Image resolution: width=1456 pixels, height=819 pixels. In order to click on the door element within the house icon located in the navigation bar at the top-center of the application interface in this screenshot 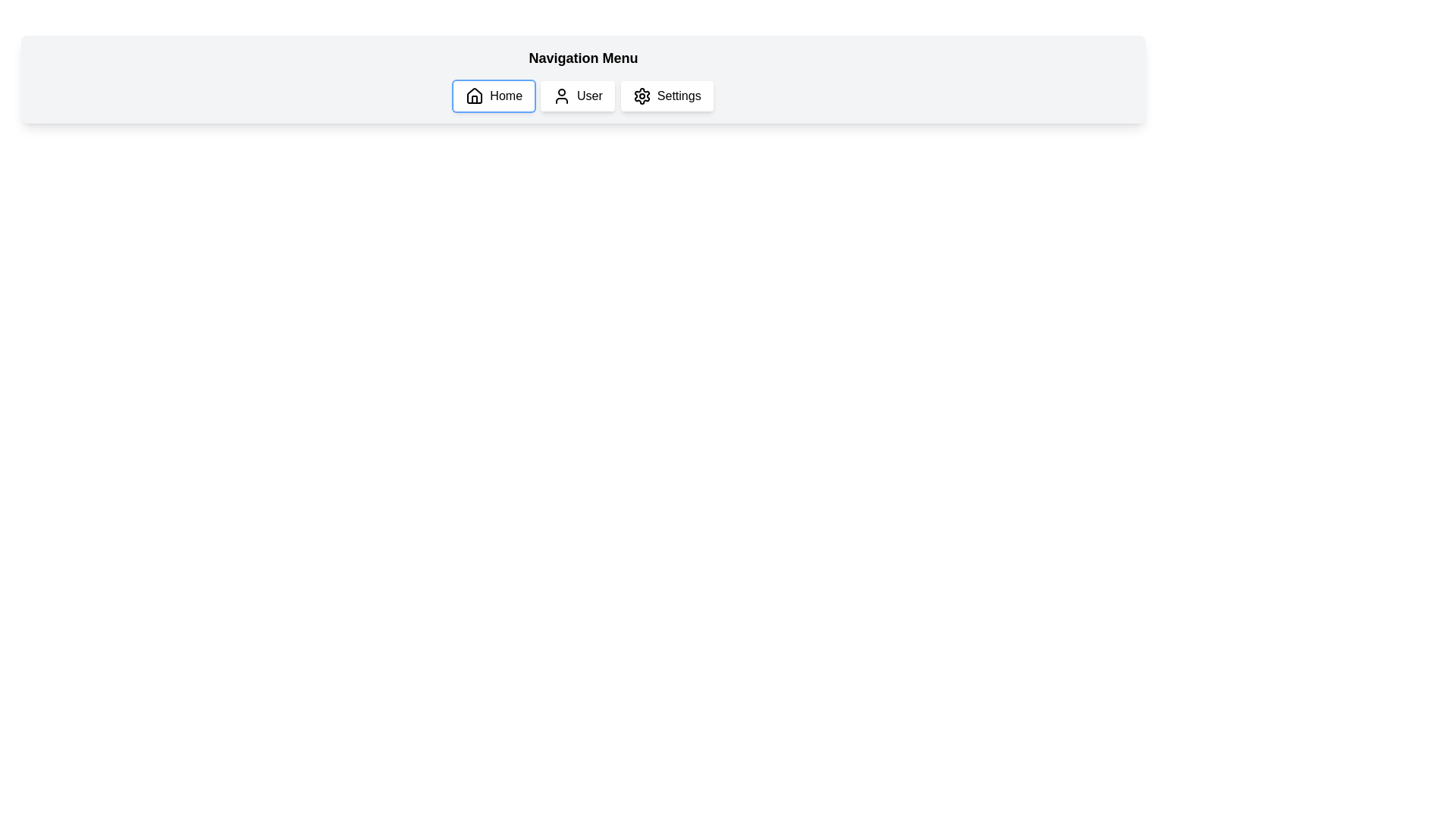, I will do `click(474, 99)`.